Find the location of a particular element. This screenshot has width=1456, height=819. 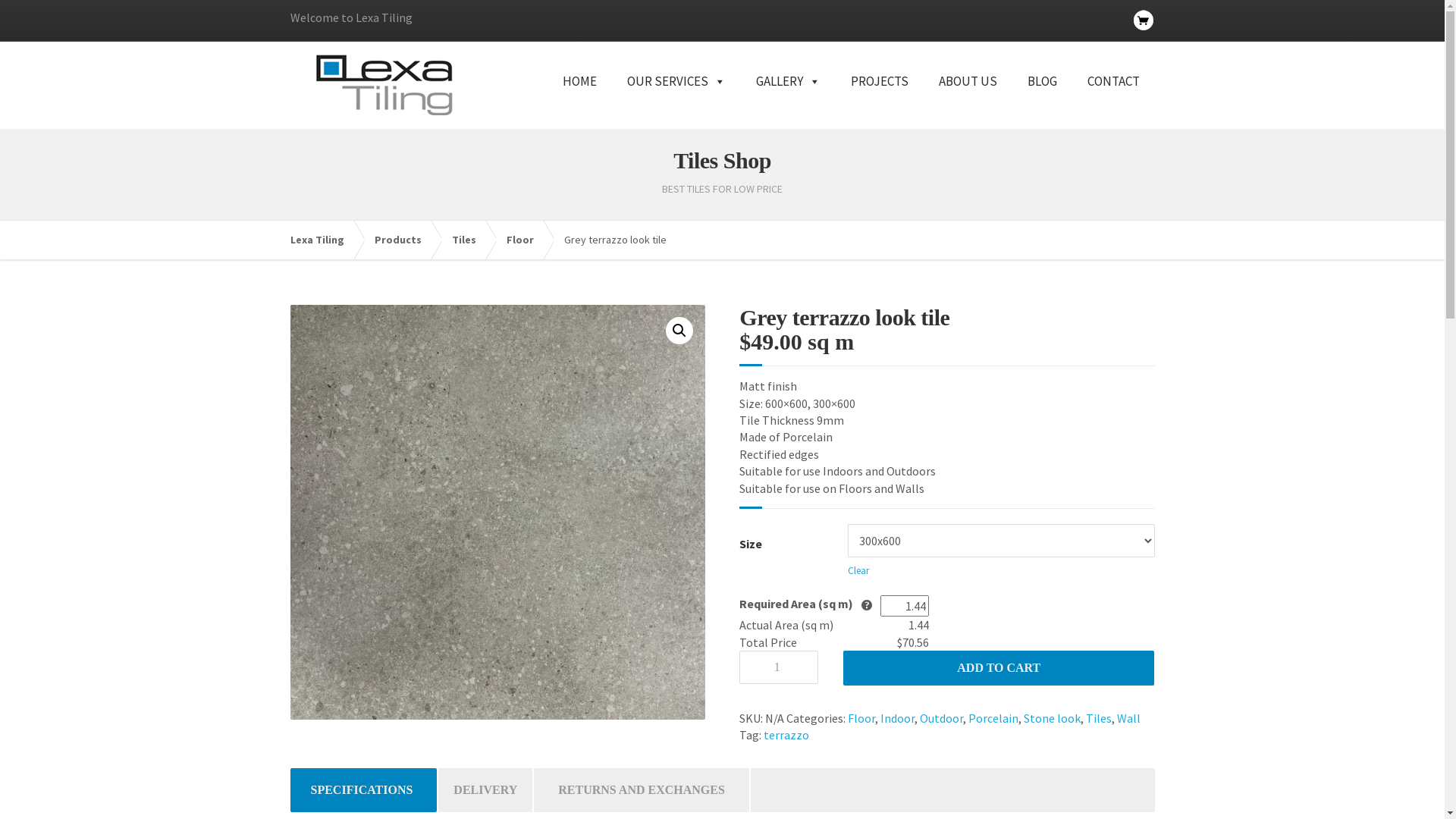

'Floor' is located at coordinates (506, 239).